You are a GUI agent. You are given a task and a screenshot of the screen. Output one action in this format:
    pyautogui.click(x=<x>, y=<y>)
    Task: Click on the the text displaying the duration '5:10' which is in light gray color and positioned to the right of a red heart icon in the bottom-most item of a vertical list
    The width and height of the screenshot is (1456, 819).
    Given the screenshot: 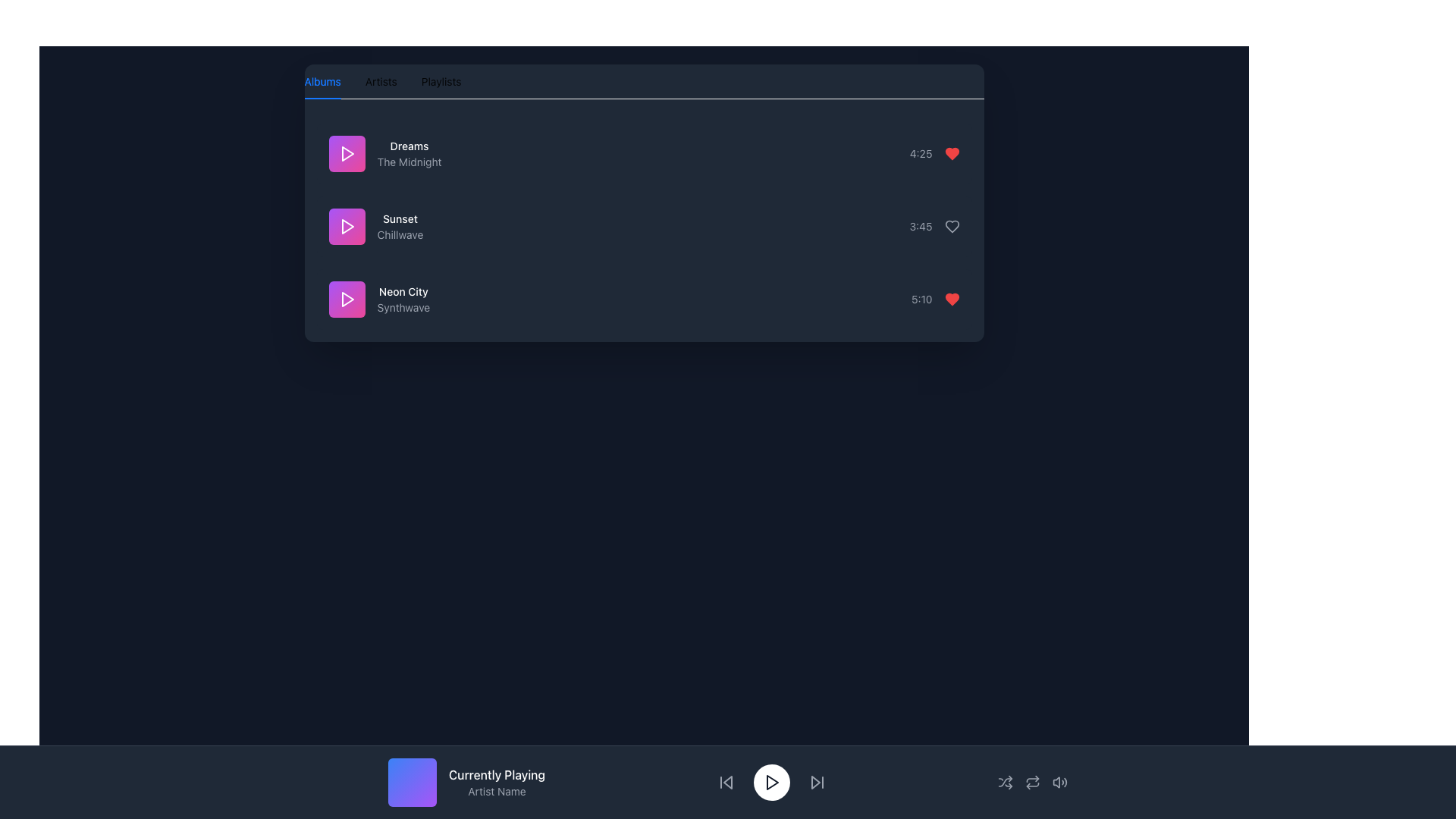 What is the action you would take?
    pyautogui.click(x=934, y=299)
    